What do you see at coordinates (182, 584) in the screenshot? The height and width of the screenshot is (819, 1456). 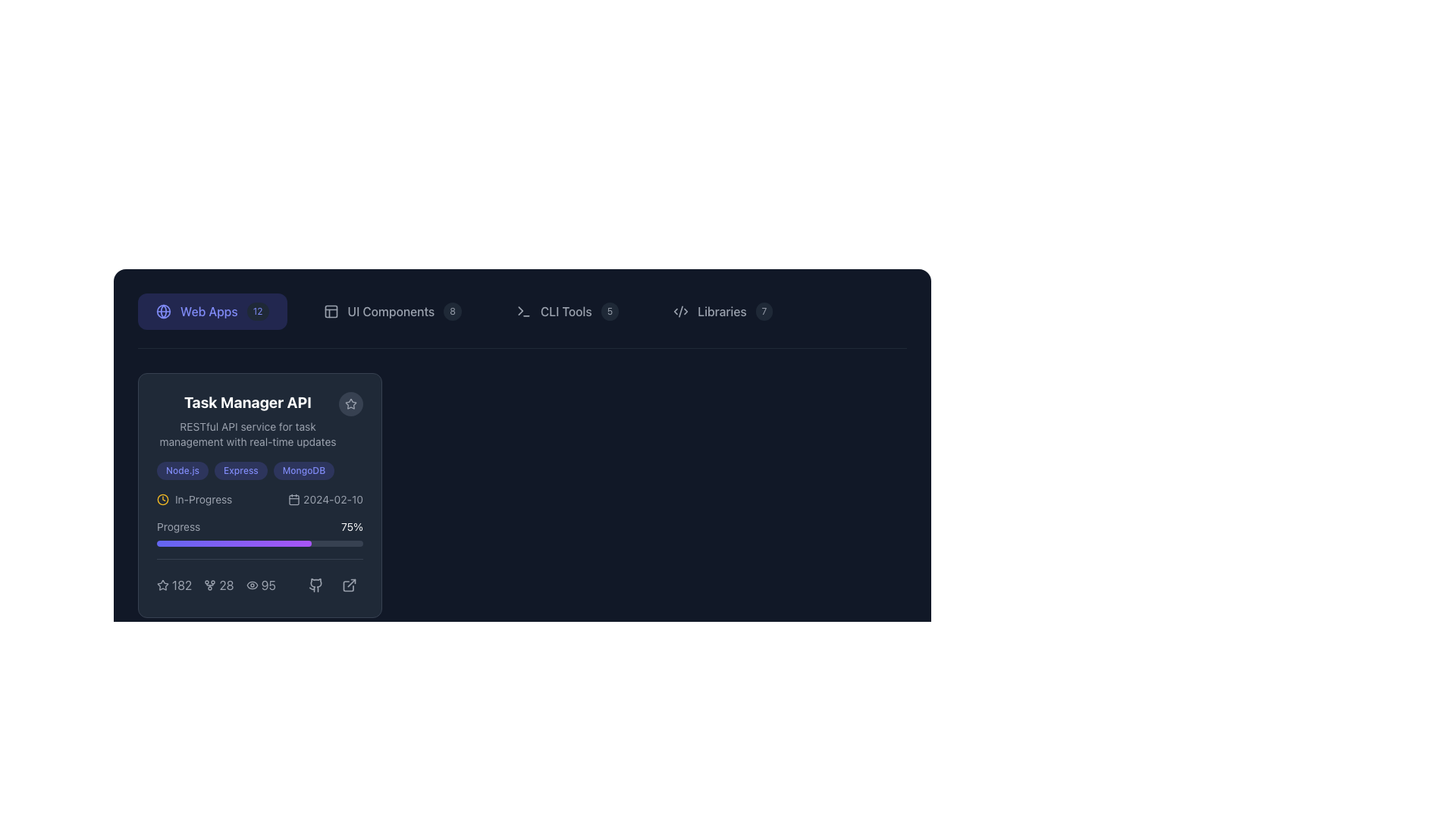 I see `the text component displaying the number '182' in gray color, which is part of the horizontal layout in the 'Task Manager API' card` at bounding box center [182, 584].